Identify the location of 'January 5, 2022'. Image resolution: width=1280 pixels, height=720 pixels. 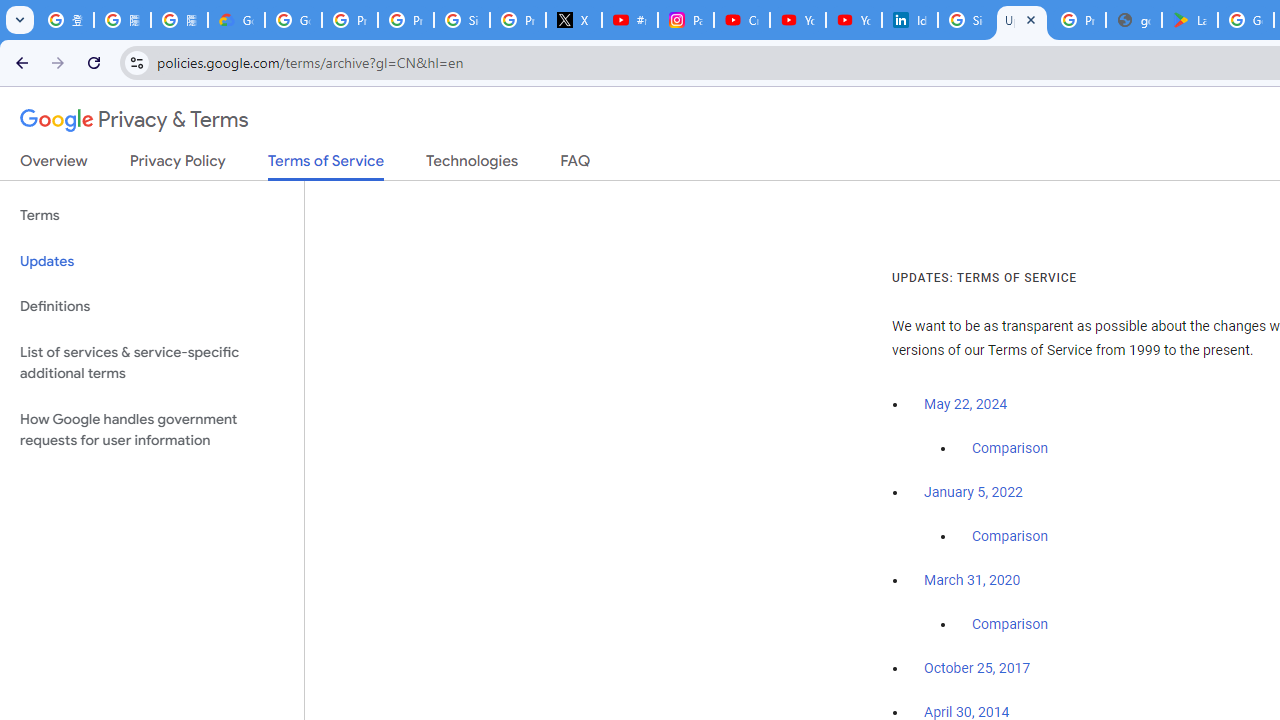
(973, 492).